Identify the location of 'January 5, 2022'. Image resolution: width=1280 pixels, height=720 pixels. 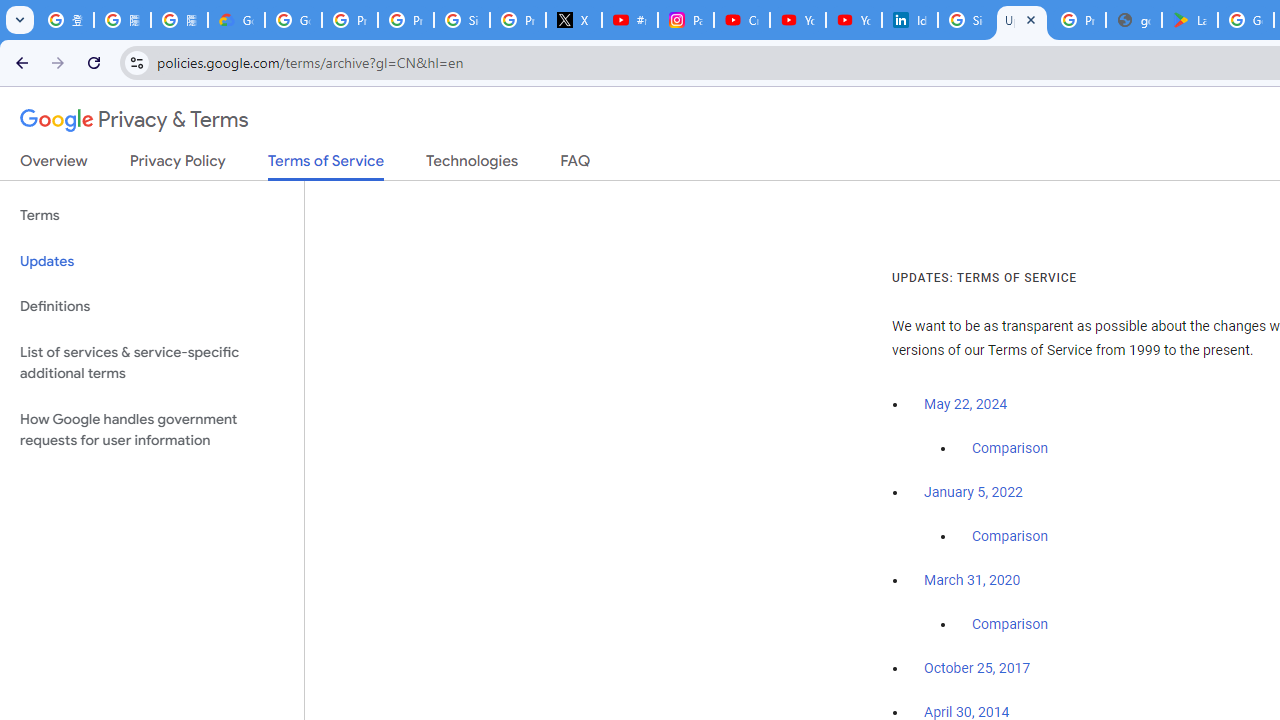
(973, 492).